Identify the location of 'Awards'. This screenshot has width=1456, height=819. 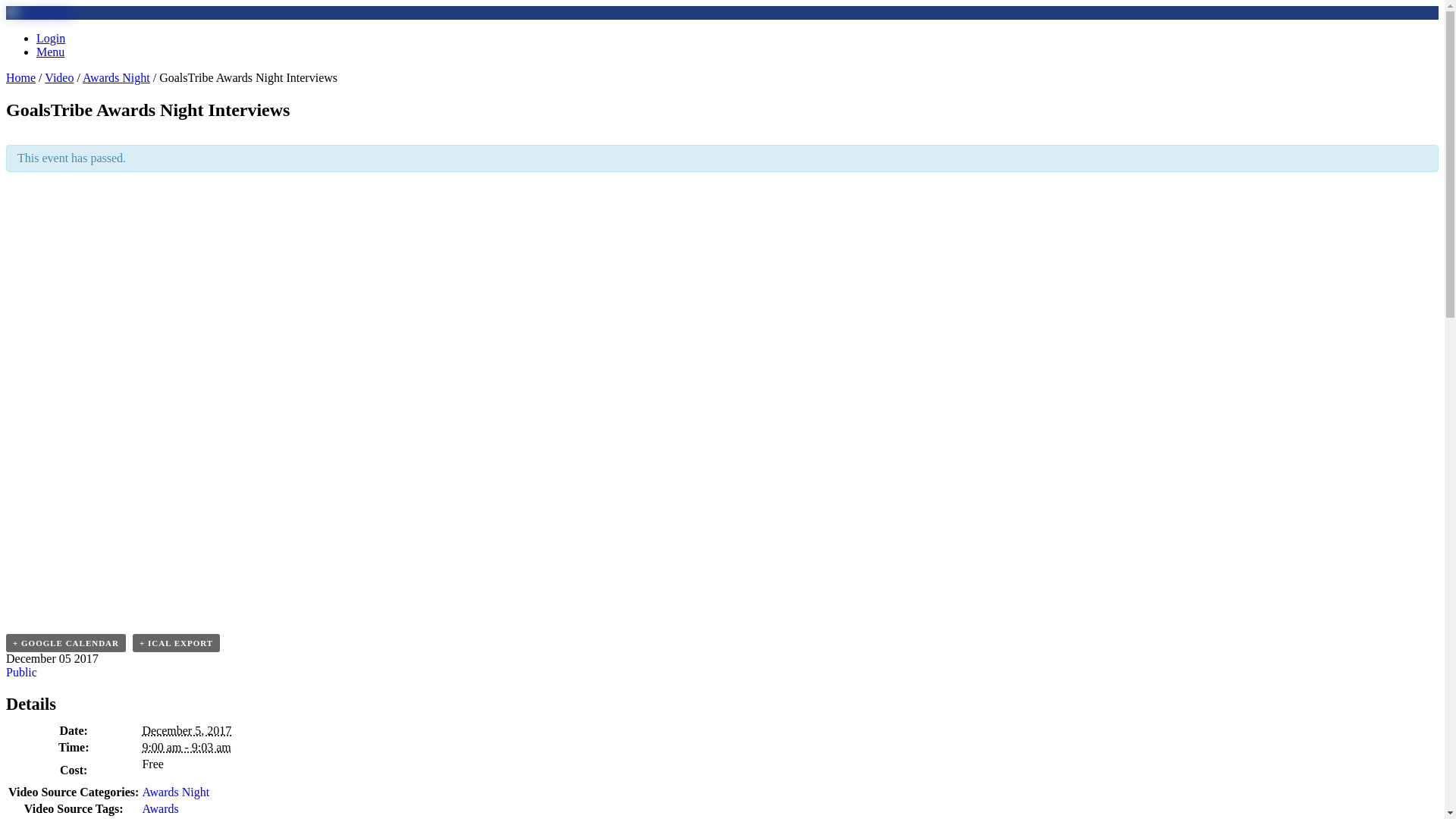
(160, 808).